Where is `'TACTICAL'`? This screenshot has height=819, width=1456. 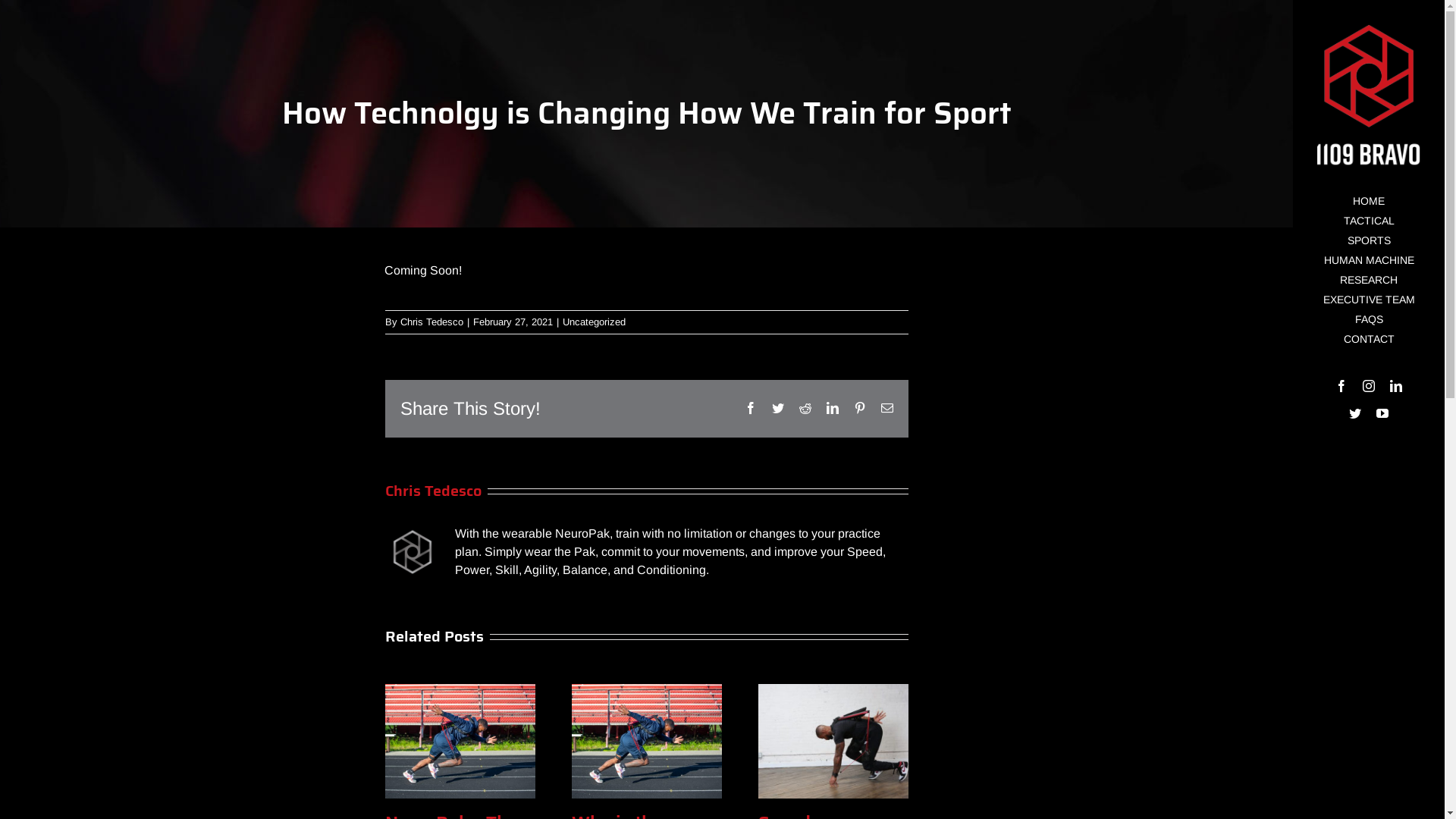 'TACTICAL' is located at coordinates (1368, 221).